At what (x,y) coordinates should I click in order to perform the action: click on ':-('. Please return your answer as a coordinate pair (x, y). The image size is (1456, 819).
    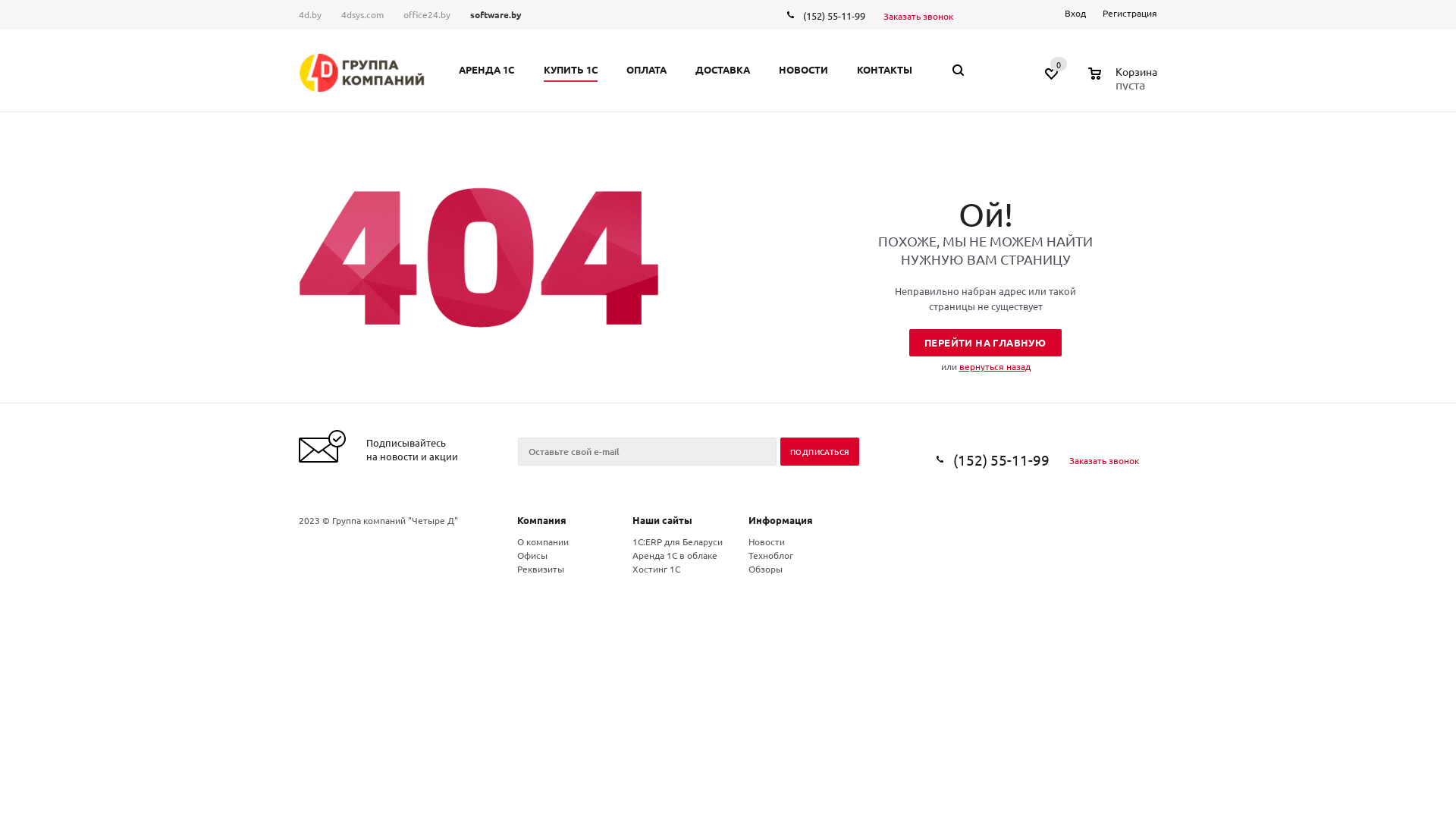
    Looking at the image, I should click on (478, 257).